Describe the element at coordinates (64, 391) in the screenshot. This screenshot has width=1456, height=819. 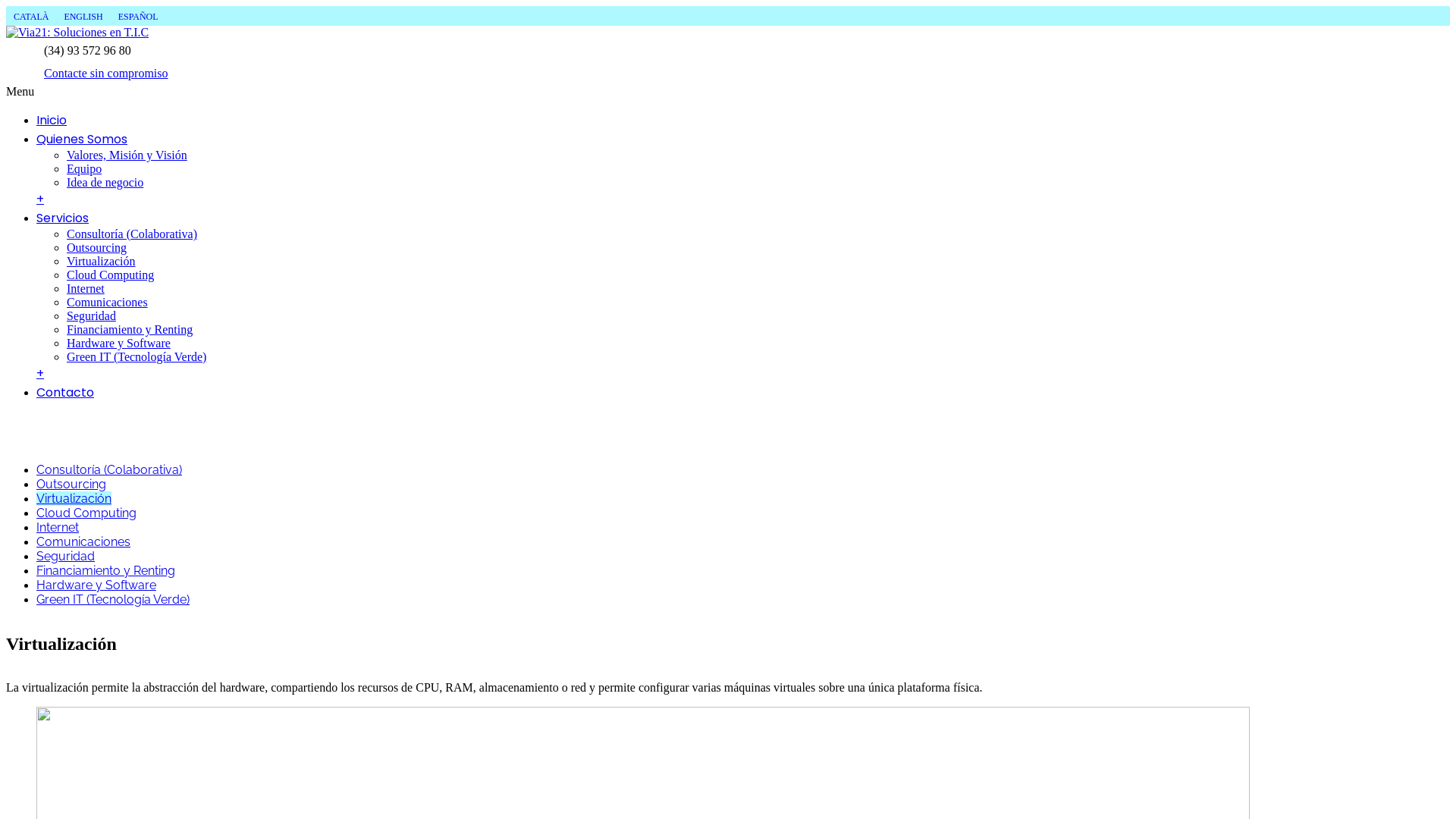
I see `'Contacto'` at that location.